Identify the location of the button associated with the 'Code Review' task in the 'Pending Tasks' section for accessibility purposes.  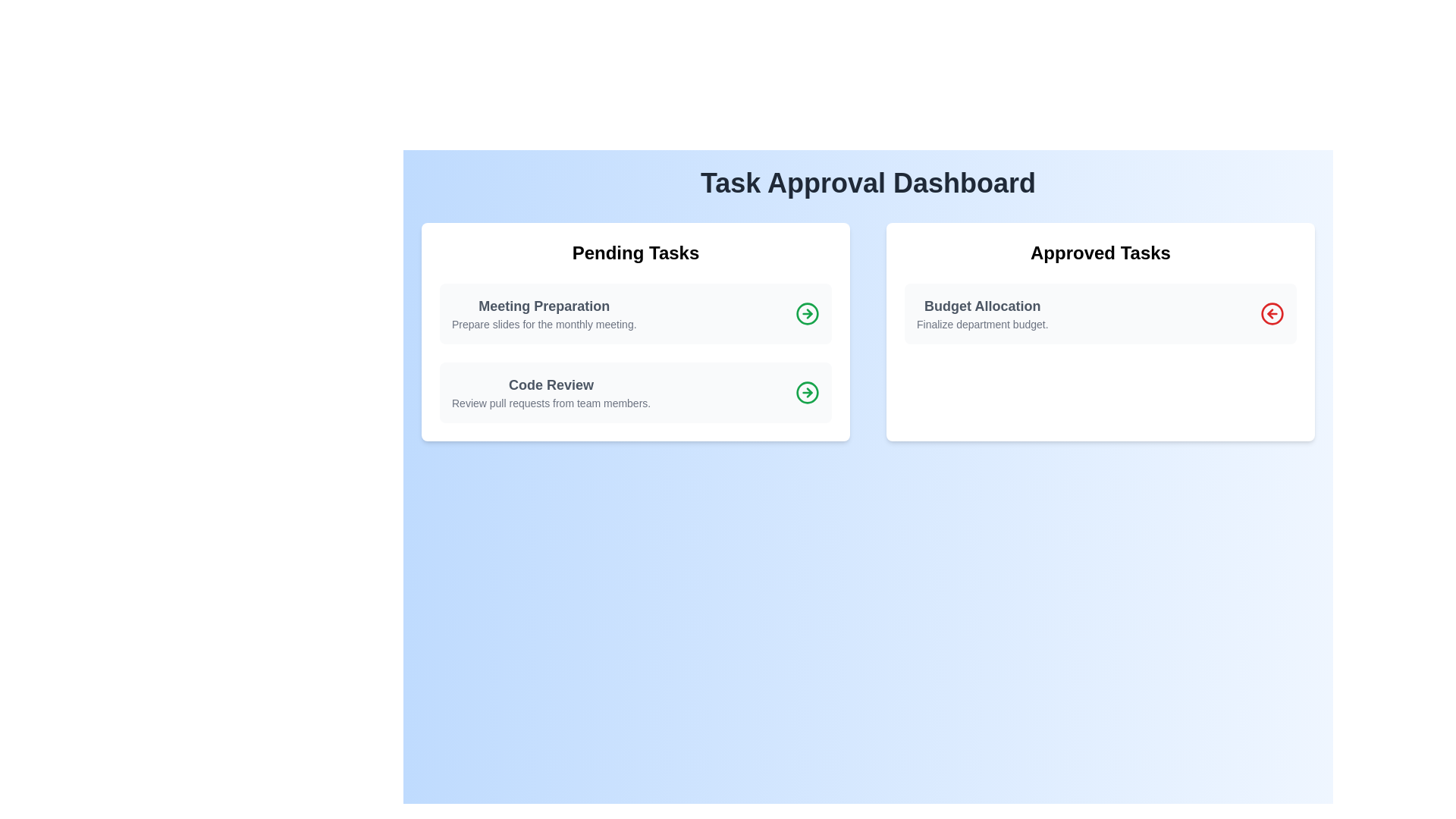
(807, 391).